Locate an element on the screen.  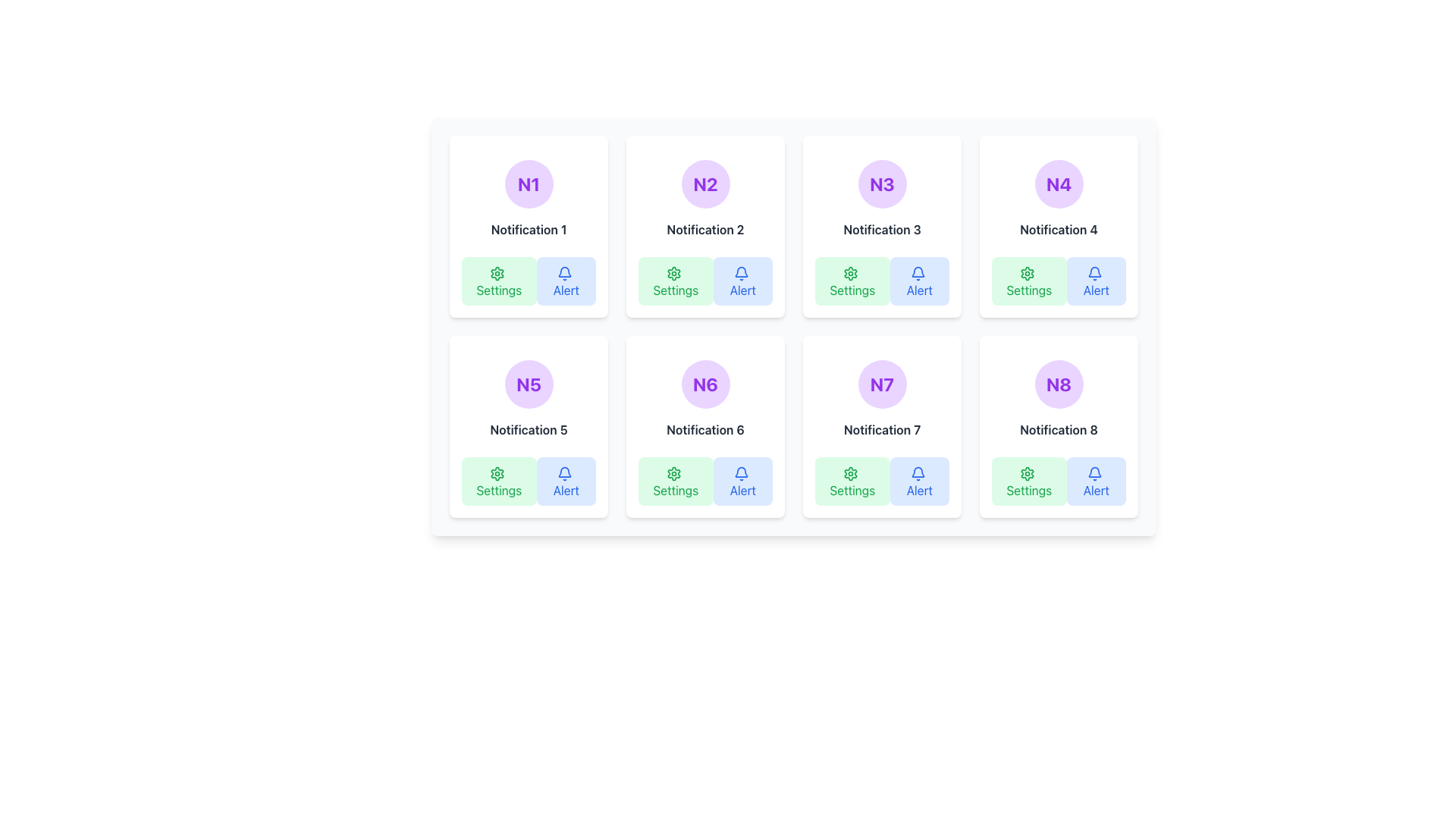
the 'Alert' button with a rounded blue background is located at coordinates (918, 281).